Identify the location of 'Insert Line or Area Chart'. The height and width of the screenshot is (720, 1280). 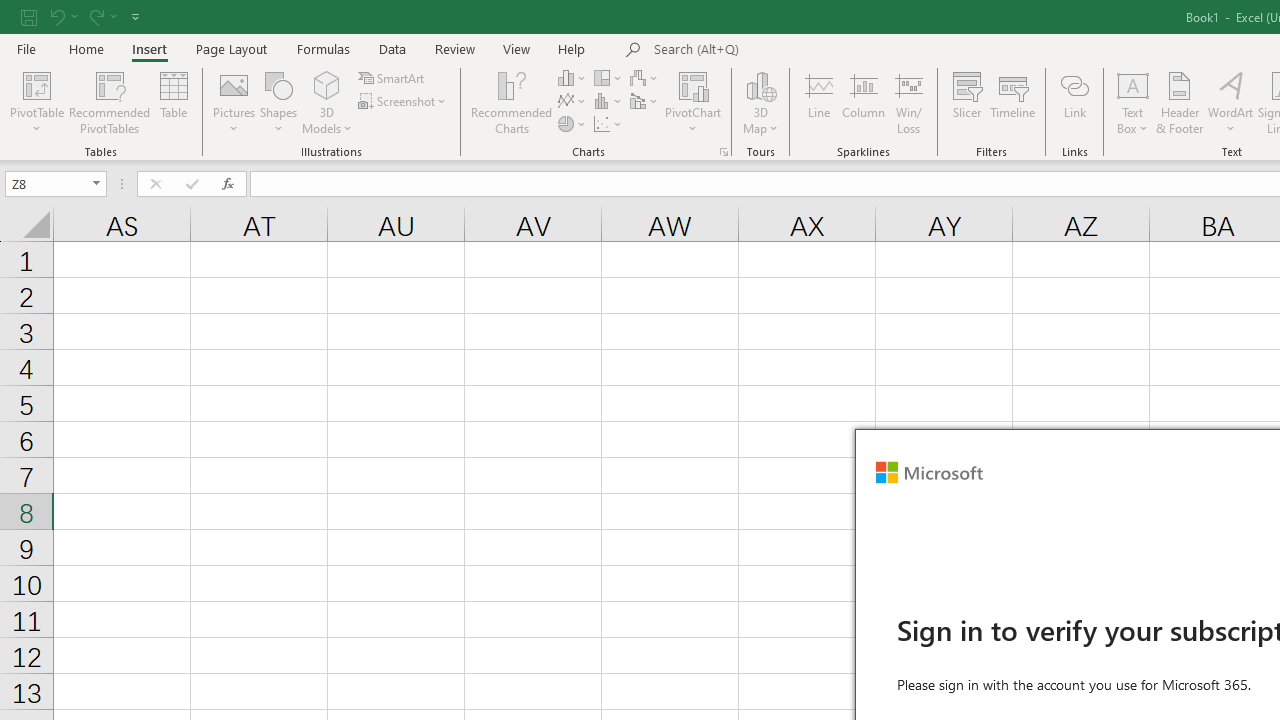
(572, 101).